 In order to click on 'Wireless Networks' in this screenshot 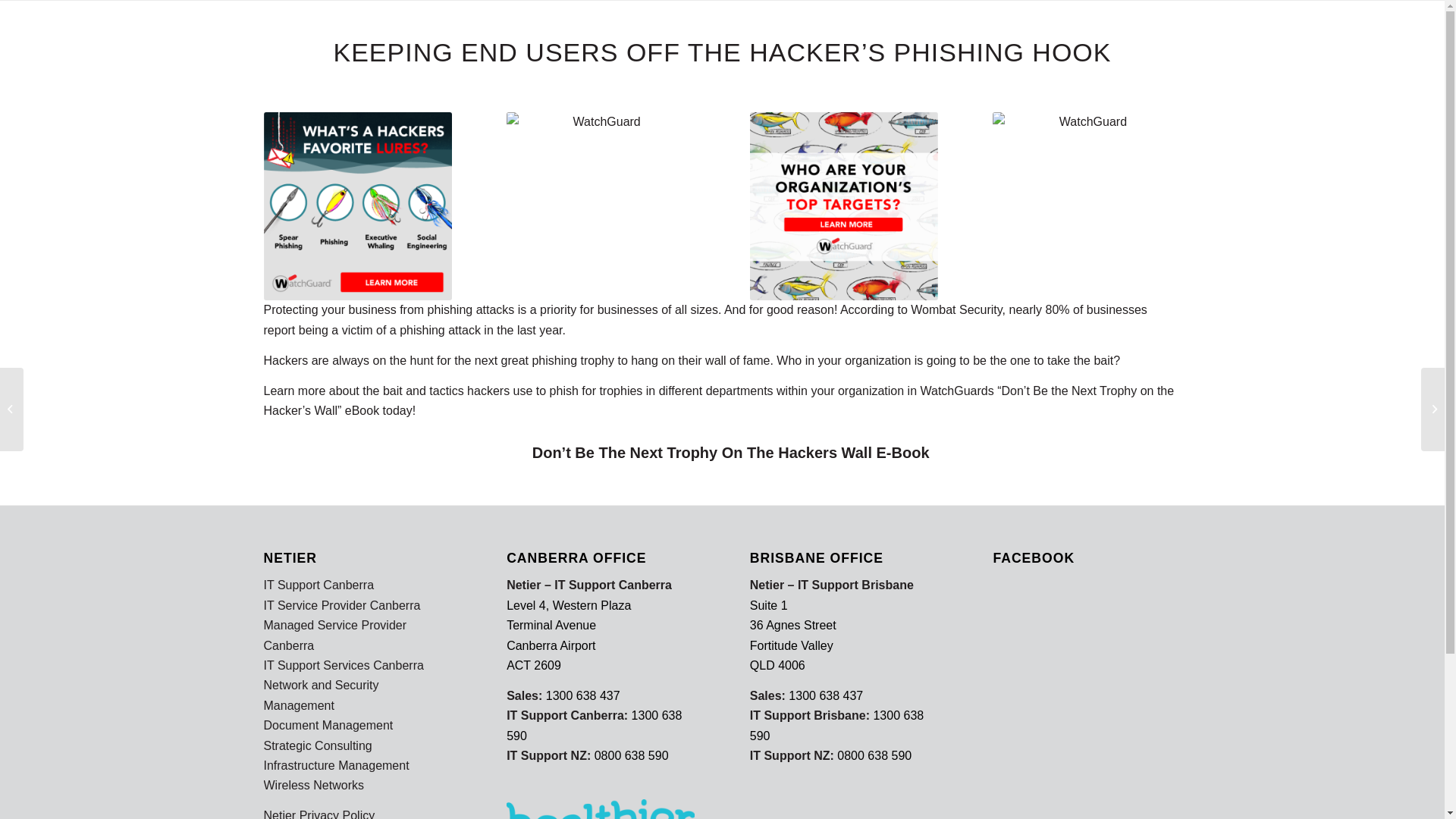, I will do `click(312, 785)`.